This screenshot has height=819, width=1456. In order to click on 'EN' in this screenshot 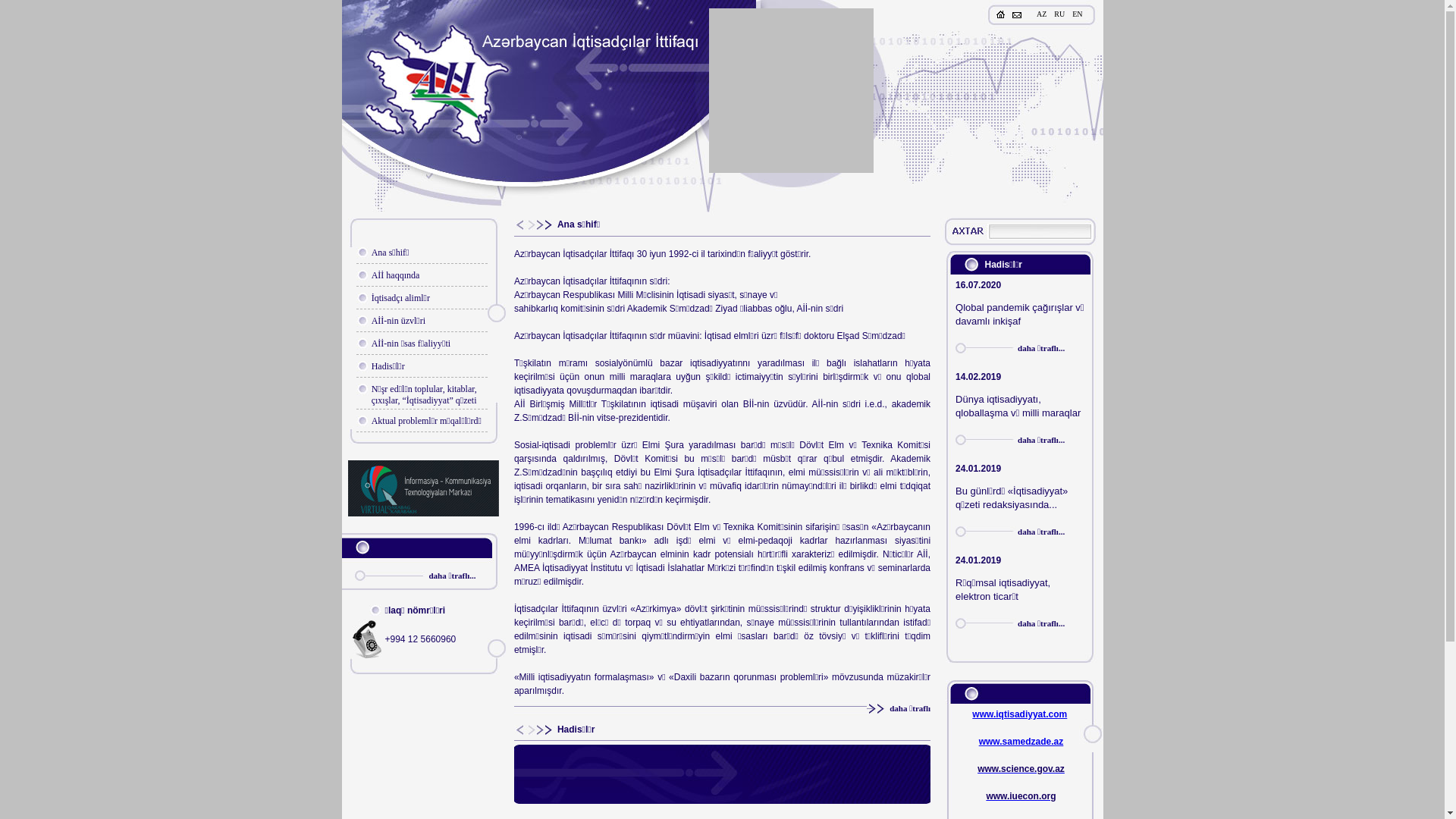, I will do `click(1076, 14)`.